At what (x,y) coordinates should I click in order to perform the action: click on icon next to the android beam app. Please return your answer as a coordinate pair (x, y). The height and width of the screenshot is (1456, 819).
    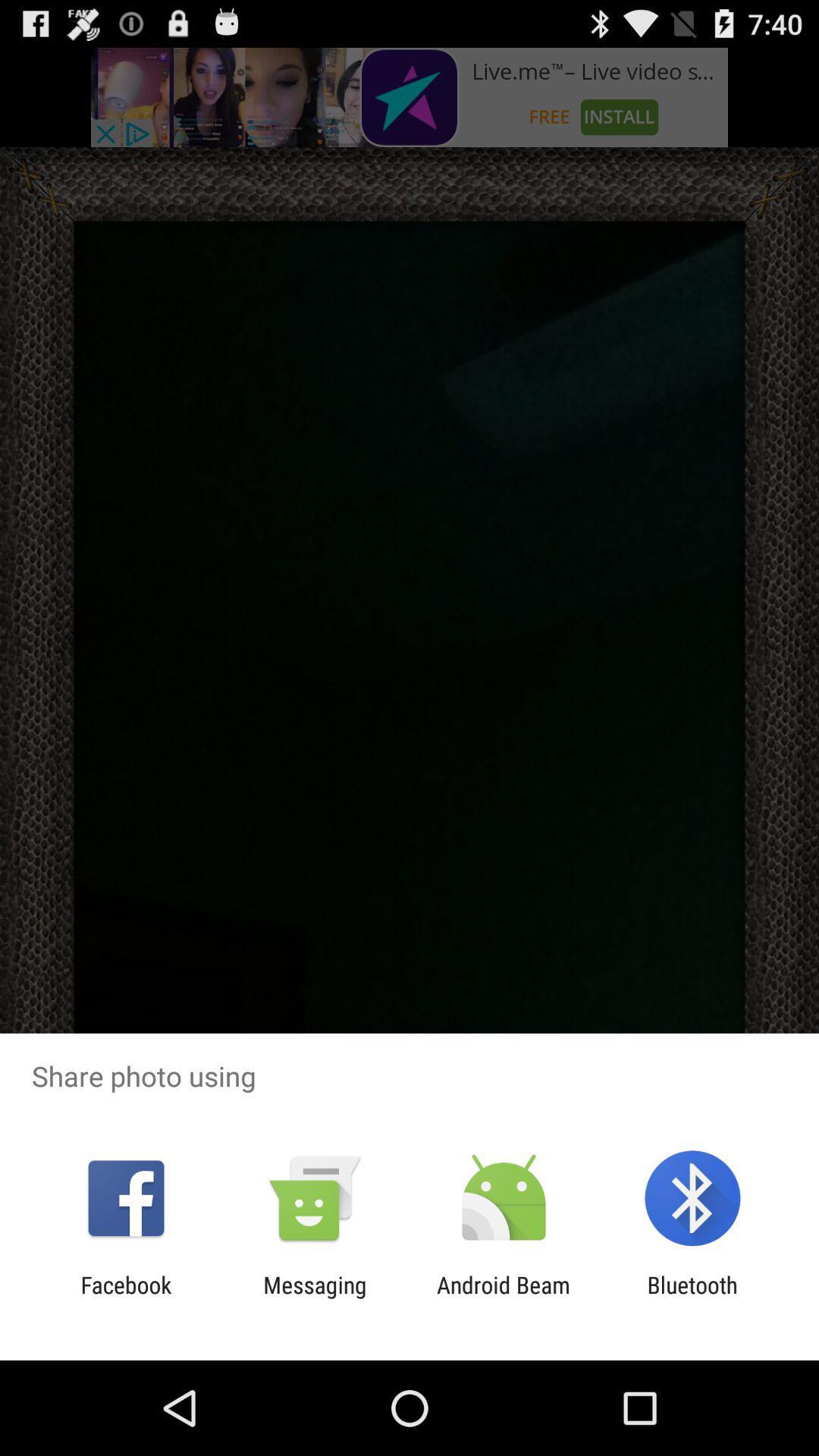
    Looking at the image, I should click on (314, 1298).